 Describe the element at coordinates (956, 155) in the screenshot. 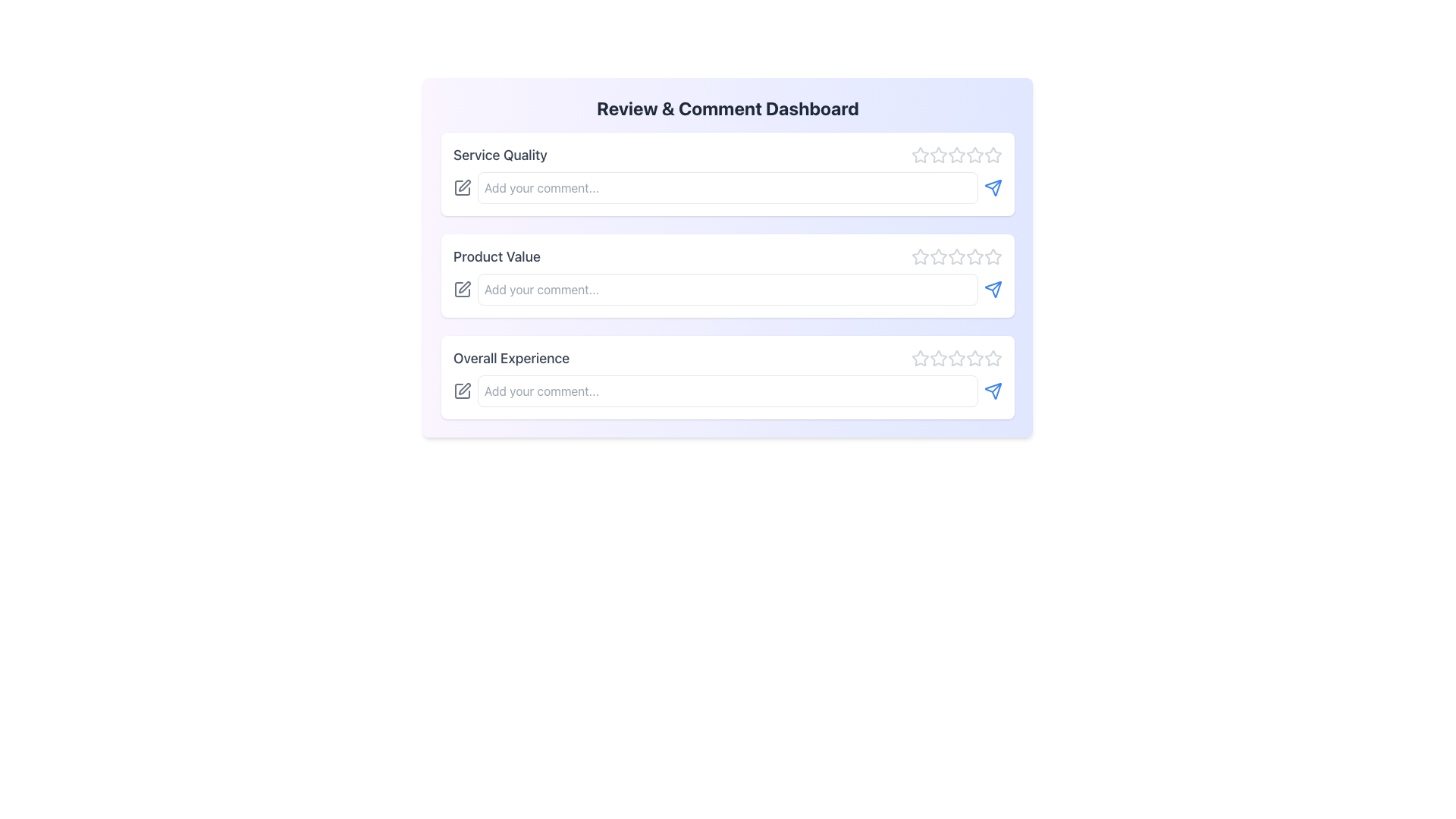

I see `the fourth star icon in the Service Quality rating section` at that location.